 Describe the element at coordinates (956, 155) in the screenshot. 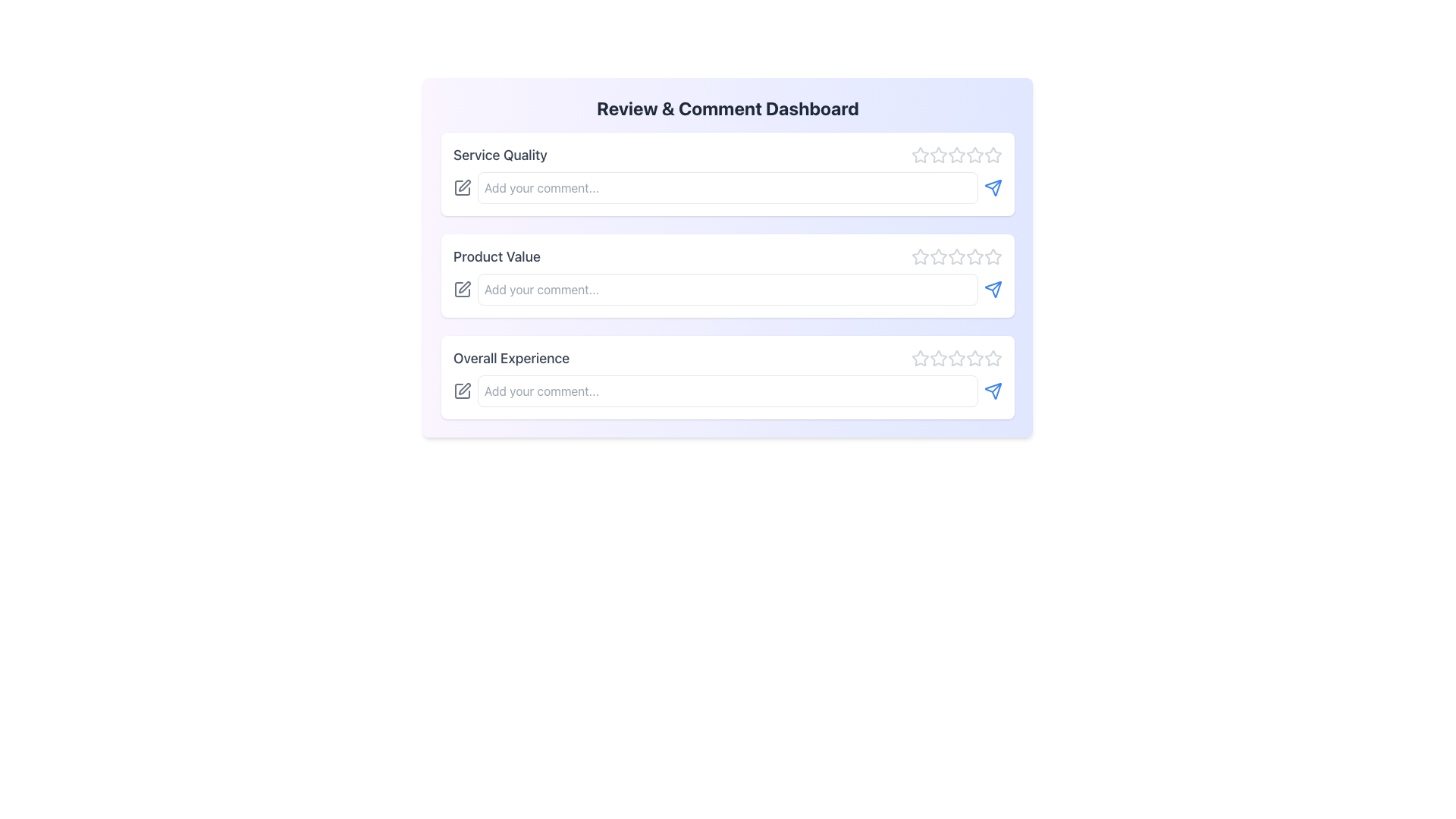

I see `the fourth star icon in the Service Quality rating section` at that location.